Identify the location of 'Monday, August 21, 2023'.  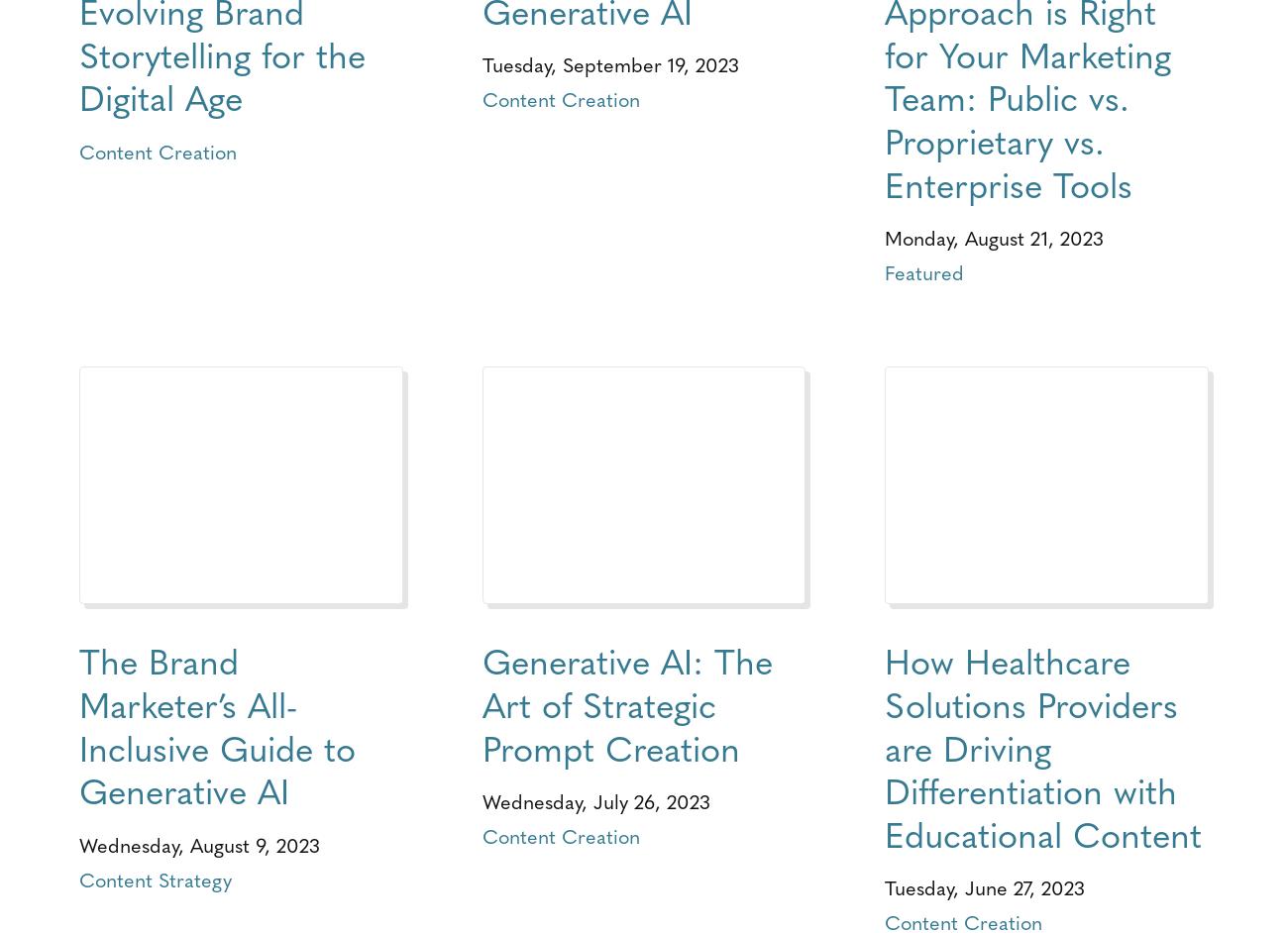
(993, 236).